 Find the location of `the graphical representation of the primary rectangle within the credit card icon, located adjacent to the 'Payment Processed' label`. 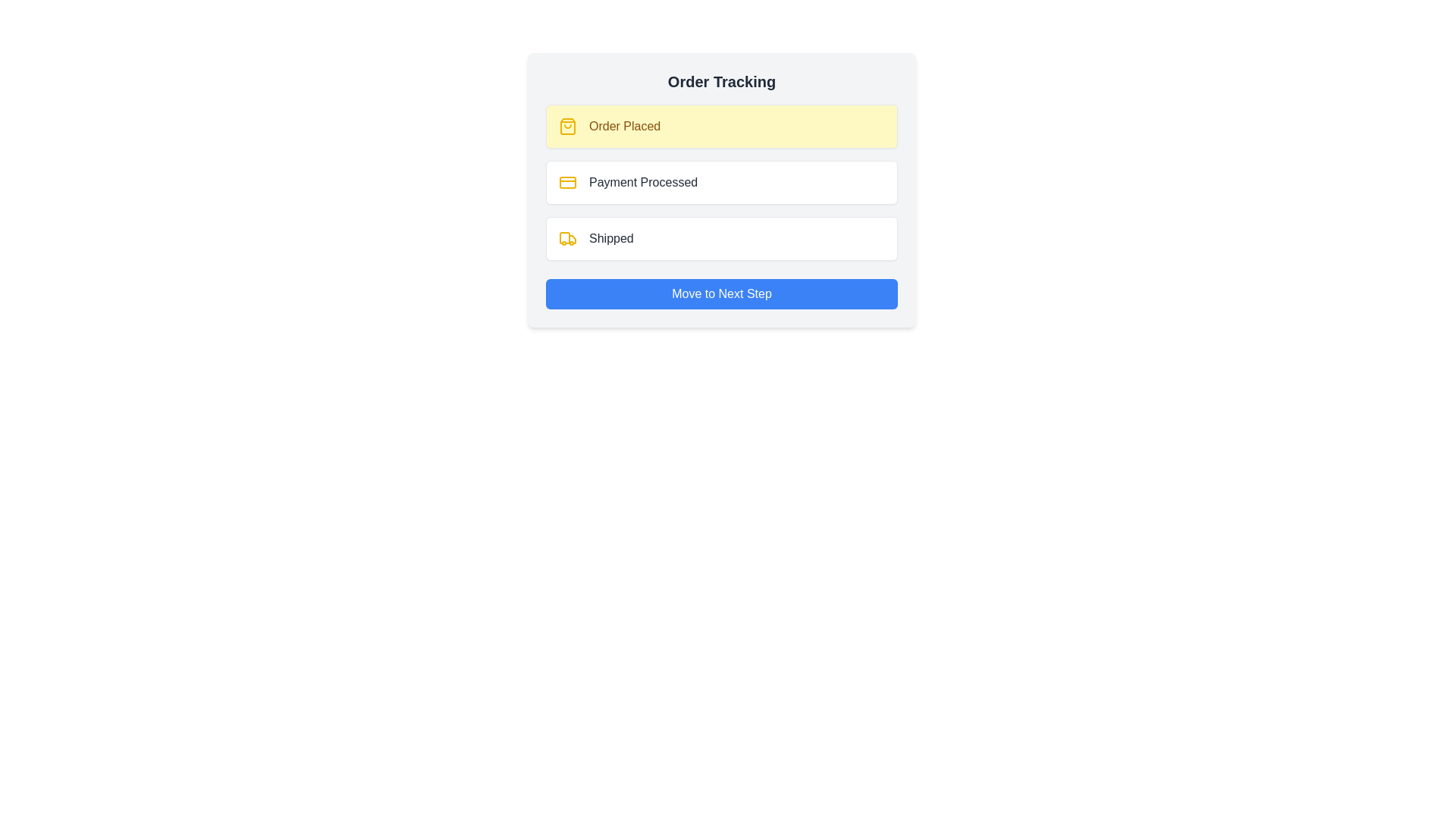

the graphical representation of the primary rectangle within the credit card icon, located adjacent to the 'Payment Processed' label is located at coordinates (566, 181).